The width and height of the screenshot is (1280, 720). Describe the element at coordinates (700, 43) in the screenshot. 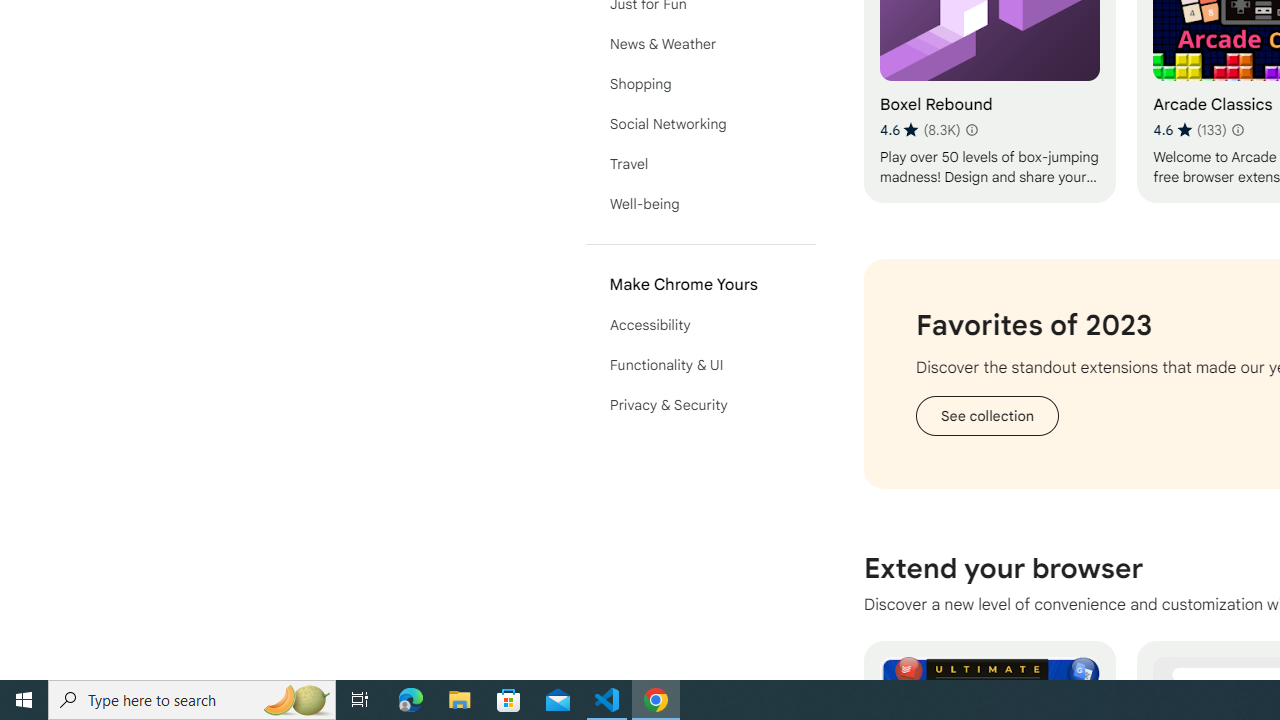

I see `'News & Weather'` at that location.